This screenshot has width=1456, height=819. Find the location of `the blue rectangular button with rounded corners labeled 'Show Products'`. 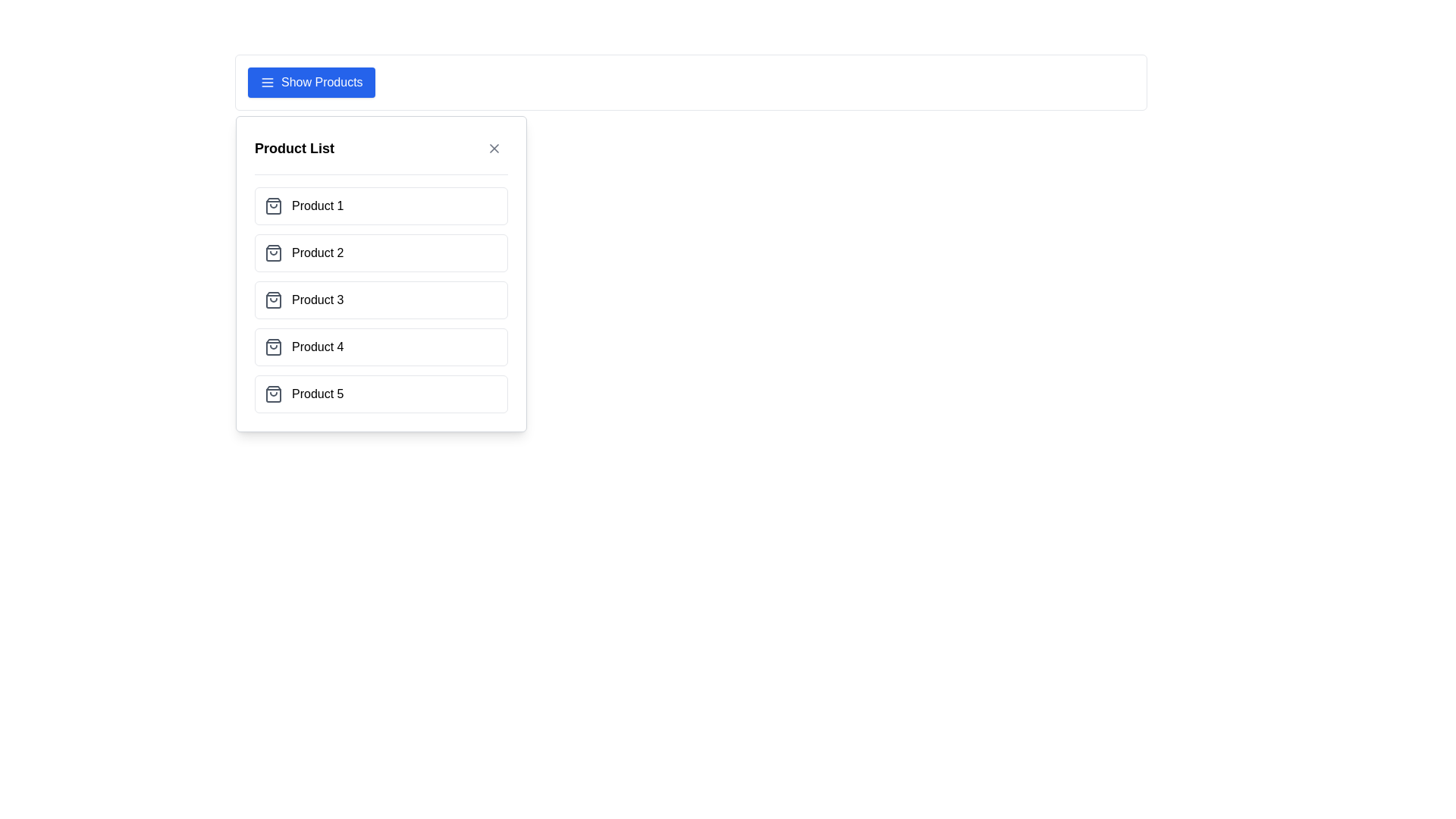

the blue rectangular button with rounded corners labeled 'Show Products' is located at coordinates (310, 82).